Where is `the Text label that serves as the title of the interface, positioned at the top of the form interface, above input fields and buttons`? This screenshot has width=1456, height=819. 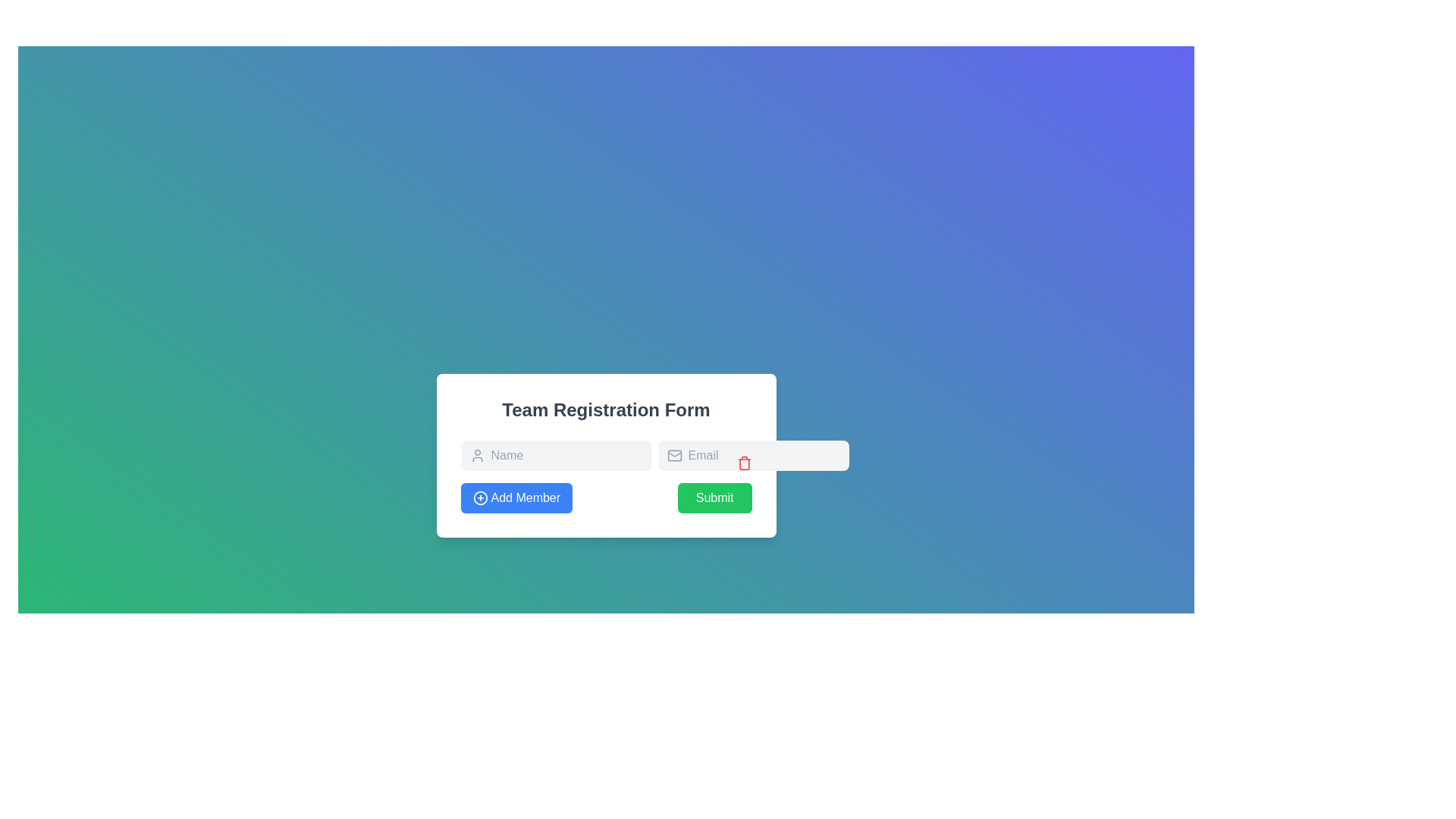 the Text label that serves as the title of the interface, positioned at the top of the form interface, above input fields and buttons is located at coordinates (605, 409).